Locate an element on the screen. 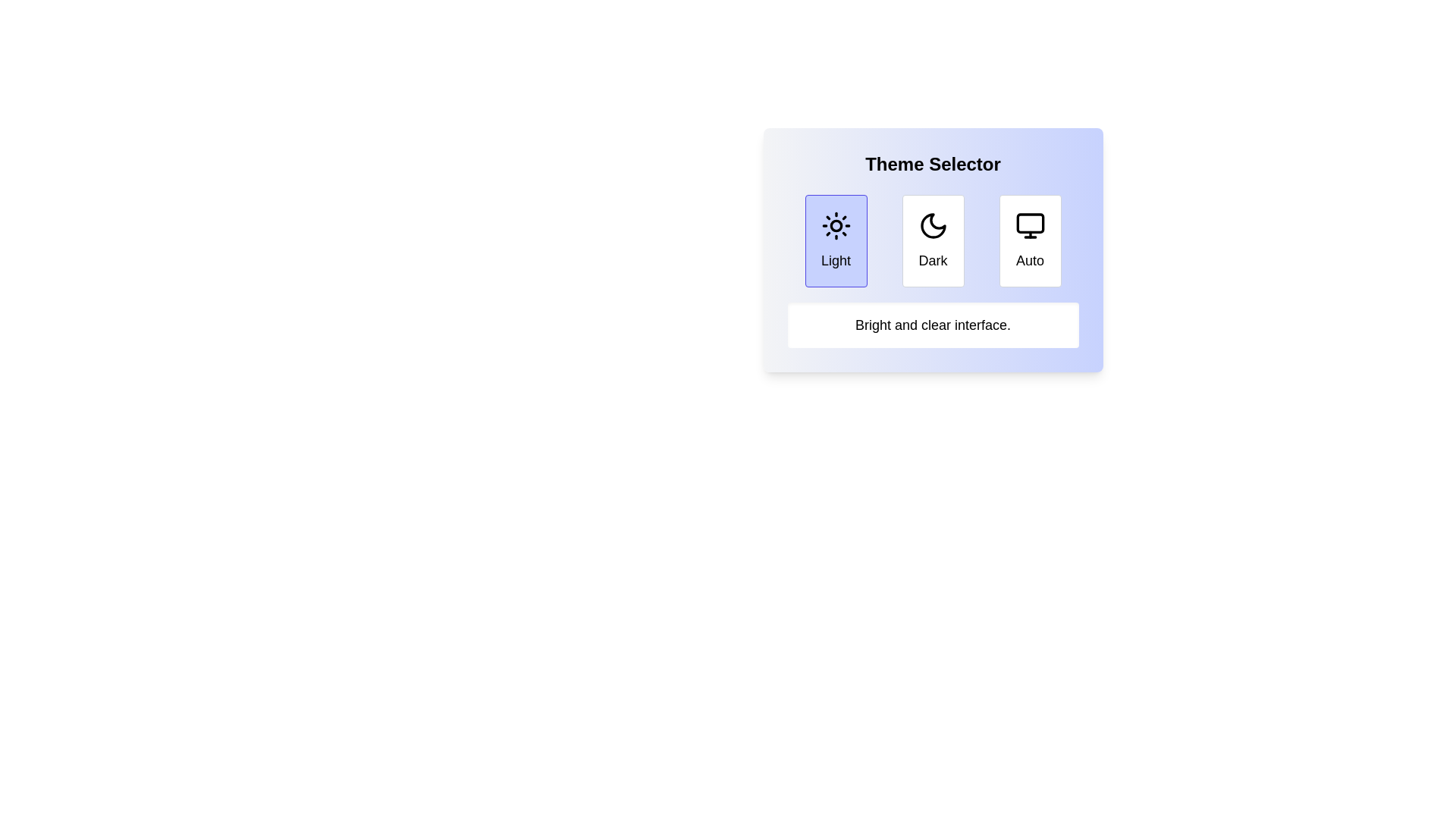 This screenshot has width=1456, height=819. the theme by clicking on the corresponding button. Use the parameter Auto to specify the theme to select is located at coordinates (1030, 240).